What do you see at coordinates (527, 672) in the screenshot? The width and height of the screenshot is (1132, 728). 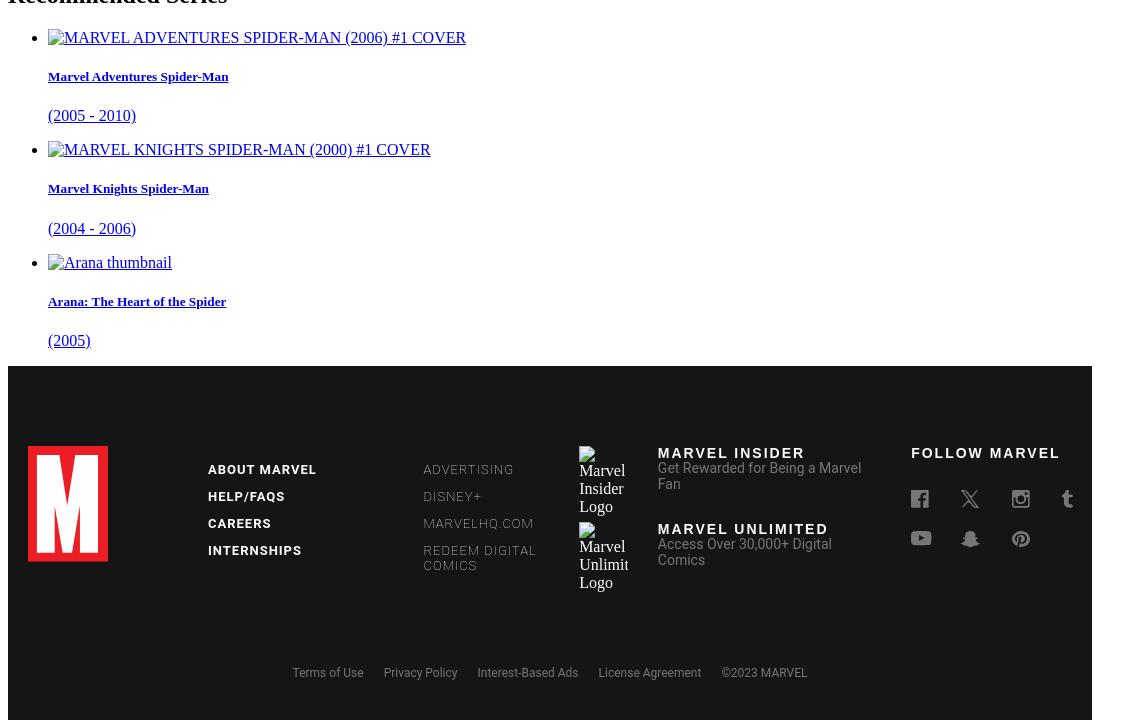 I see `'Interest-Based Ads'` at bounding box center [527, 672].